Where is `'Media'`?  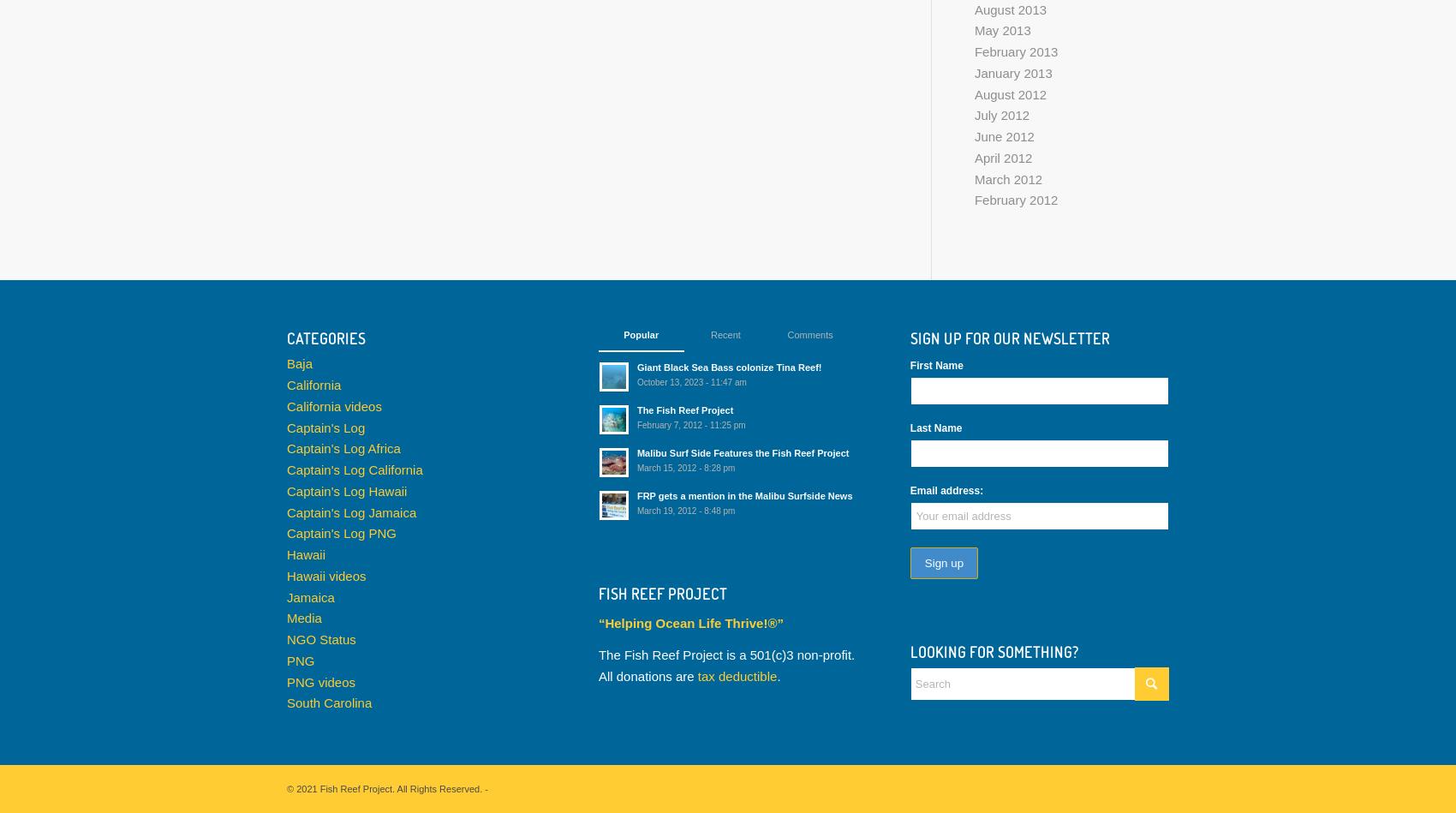 'Media' is located at coordinates (302, 618).